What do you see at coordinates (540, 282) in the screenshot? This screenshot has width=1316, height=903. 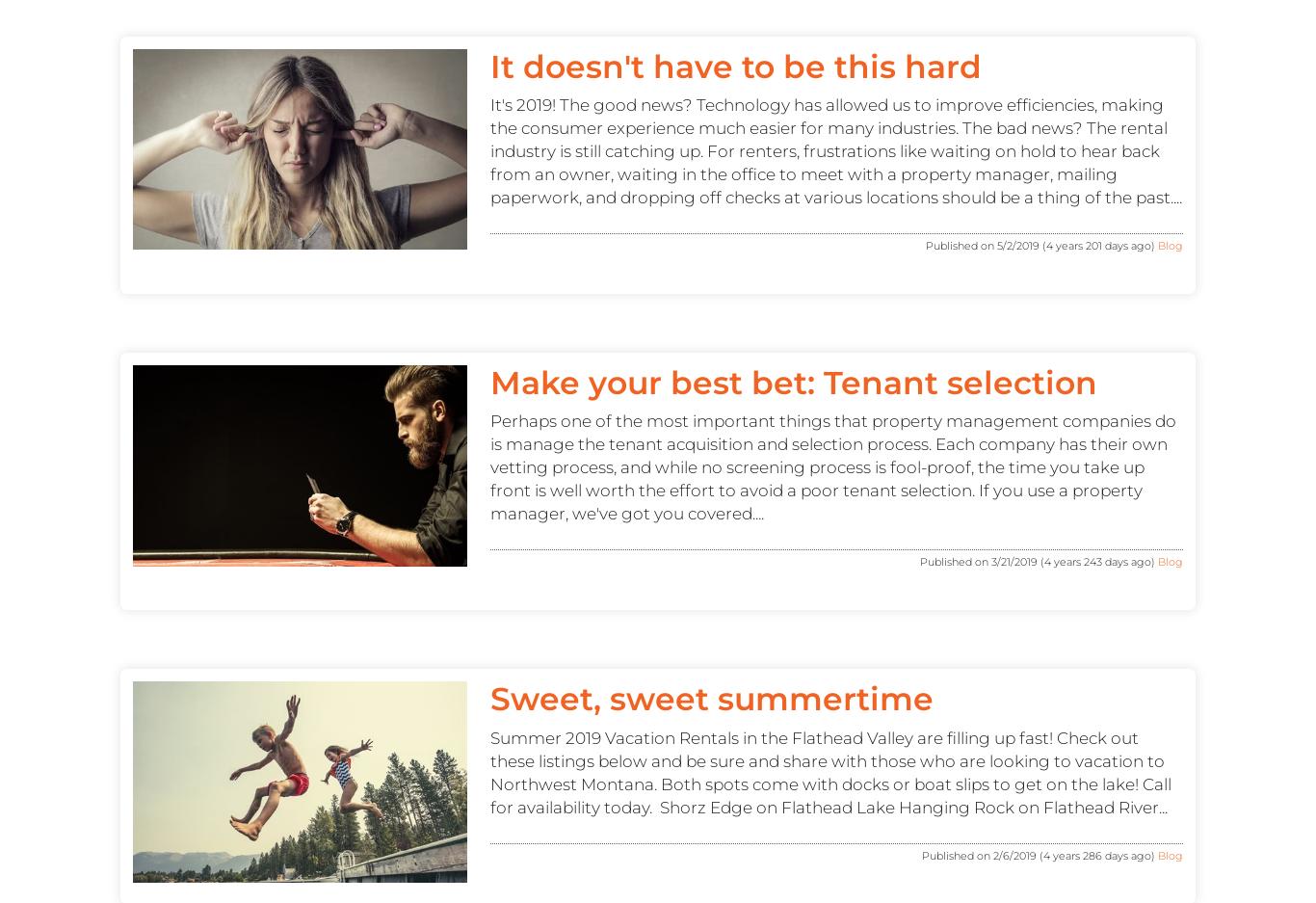 I see `'Contact'` at bounding box center [540, 282].